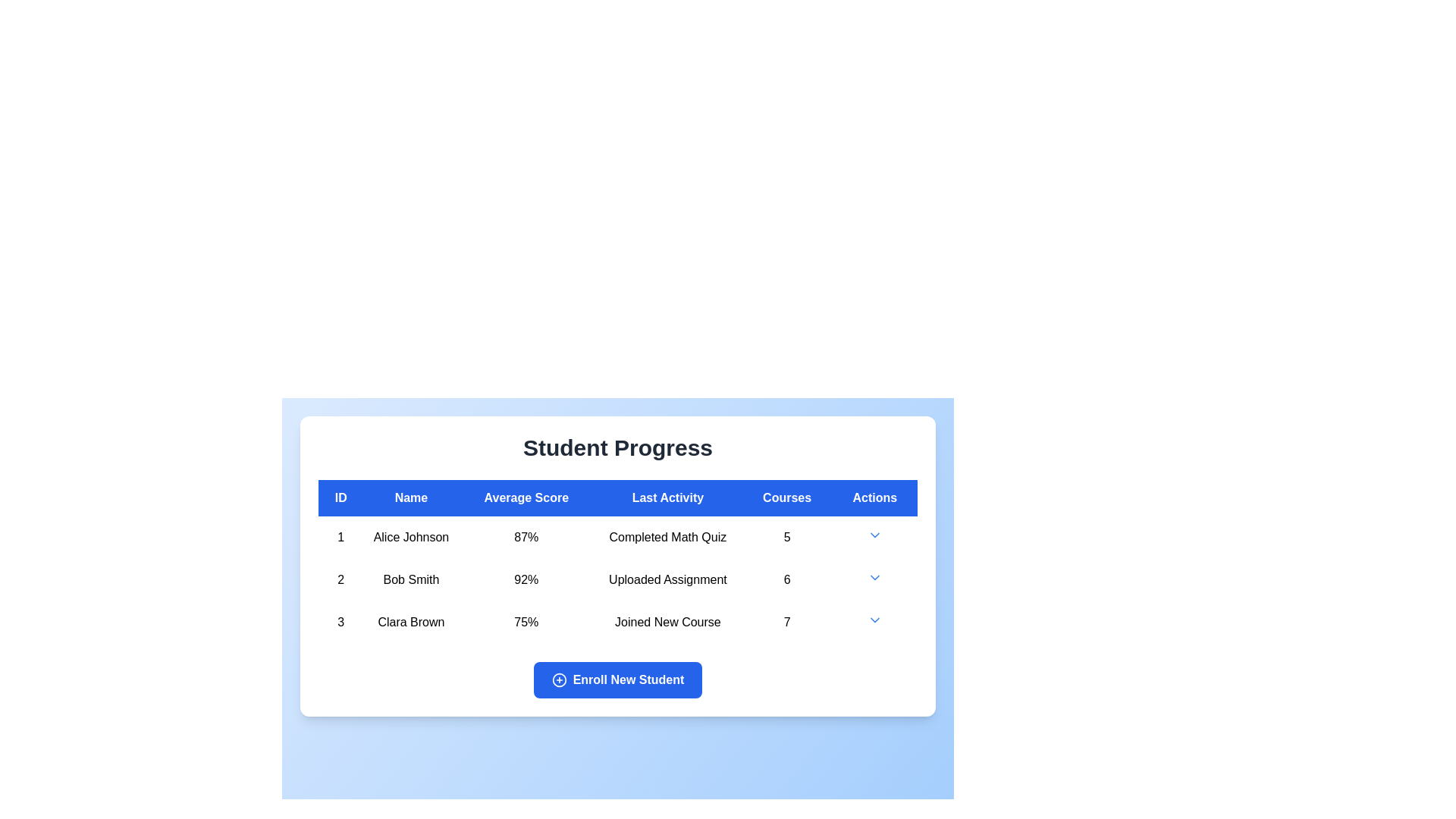 The width and height of the screenshot is (1456, 819). I want to click on the dropdown toggle button located in the sixth cell of the second row under the 'Actions' header, so click(874, 579).